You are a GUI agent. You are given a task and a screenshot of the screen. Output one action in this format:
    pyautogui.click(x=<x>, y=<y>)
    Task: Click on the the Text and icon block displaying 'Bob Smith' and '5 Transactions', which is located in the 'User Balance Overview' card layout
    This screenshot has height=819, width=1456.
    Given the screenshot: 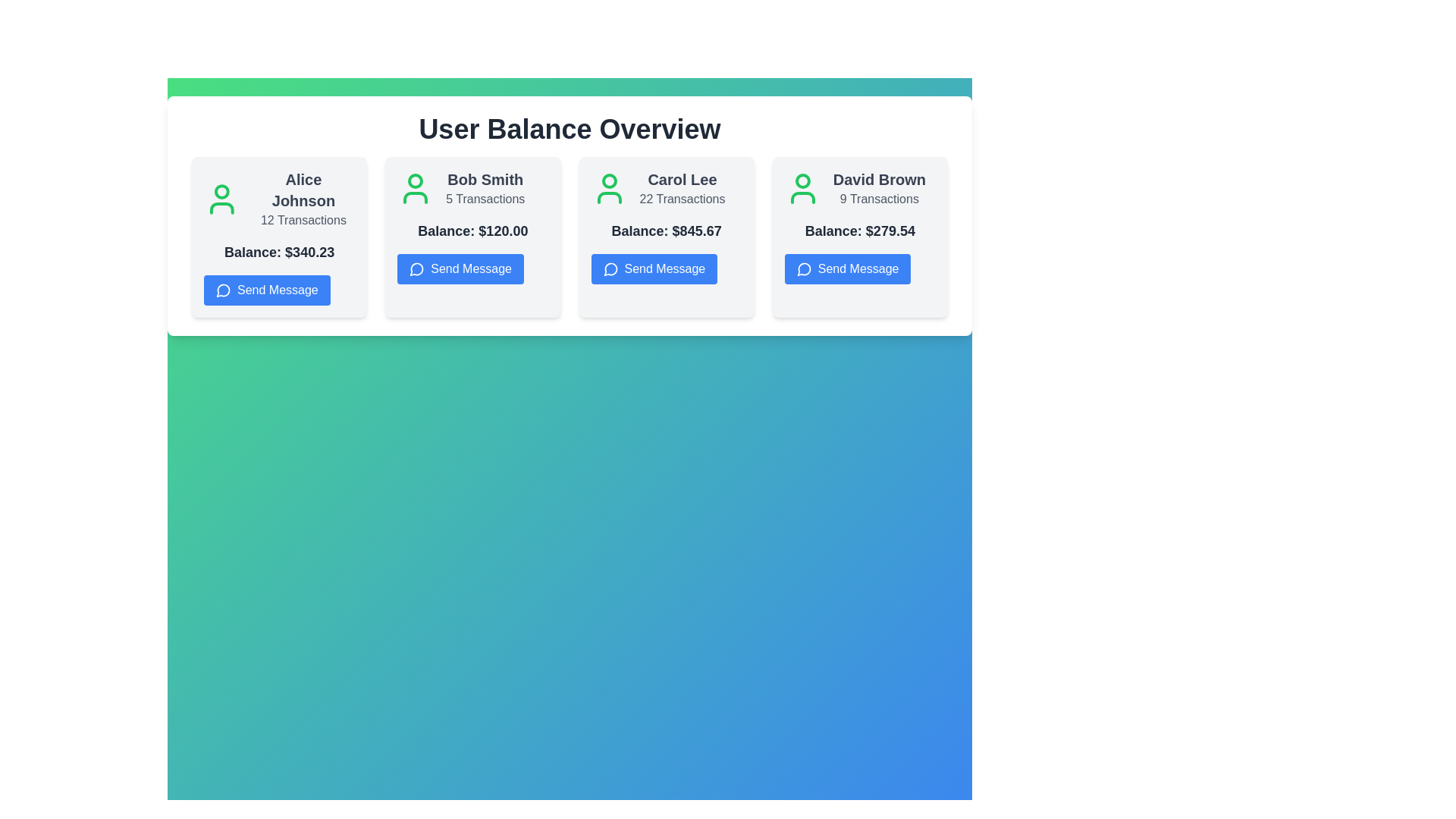 What is the action you would take?
    pyautogui.click(x=472, y=188)
    